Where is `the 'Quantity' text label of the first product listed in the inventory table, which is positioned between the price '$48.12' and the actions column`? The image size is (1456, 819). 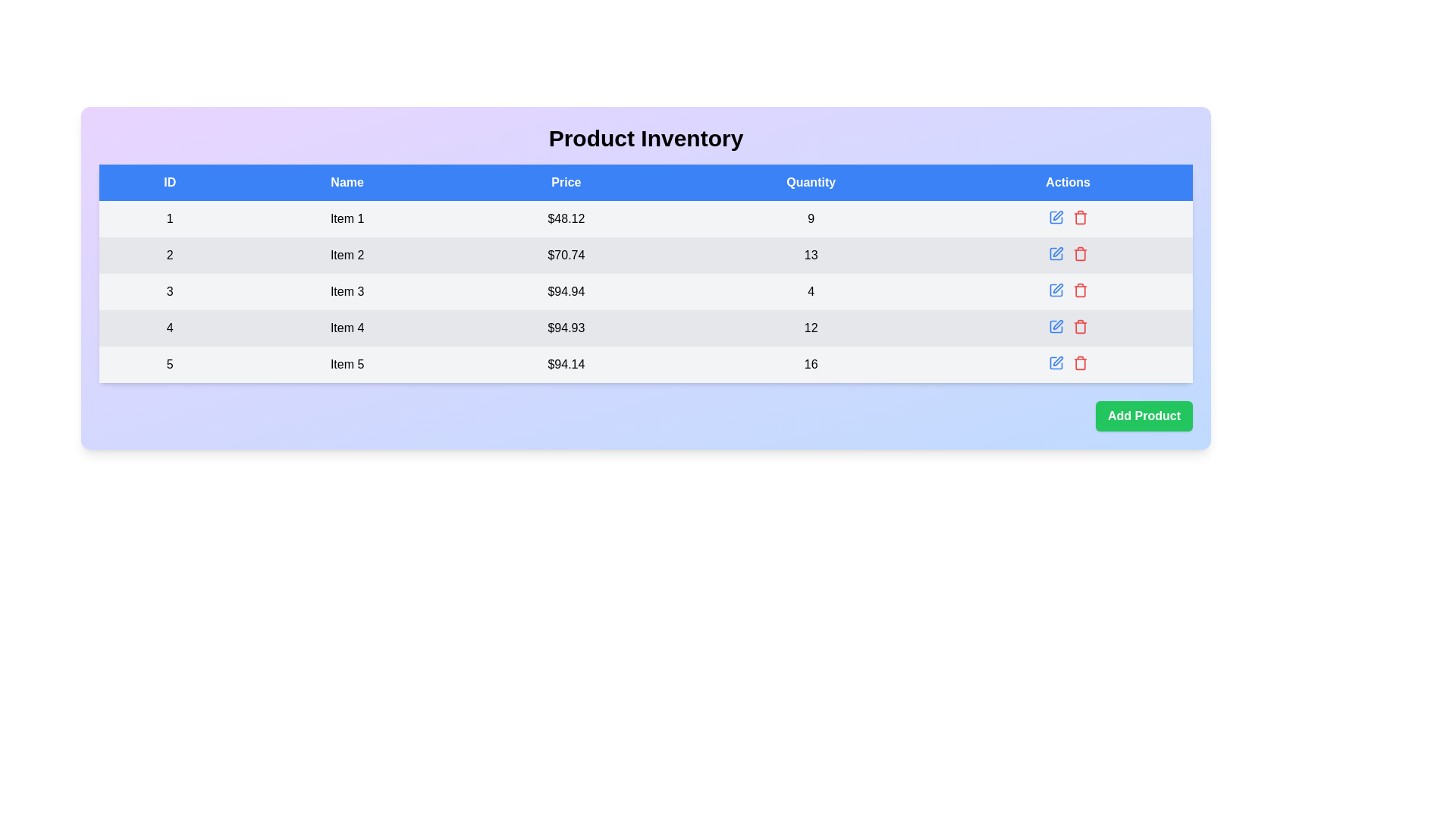 the 'Quantity' text label of the first product listed in the inventory table, which is positioned between the price '$48.12' and the actions column is located at coordinates (810, 219).